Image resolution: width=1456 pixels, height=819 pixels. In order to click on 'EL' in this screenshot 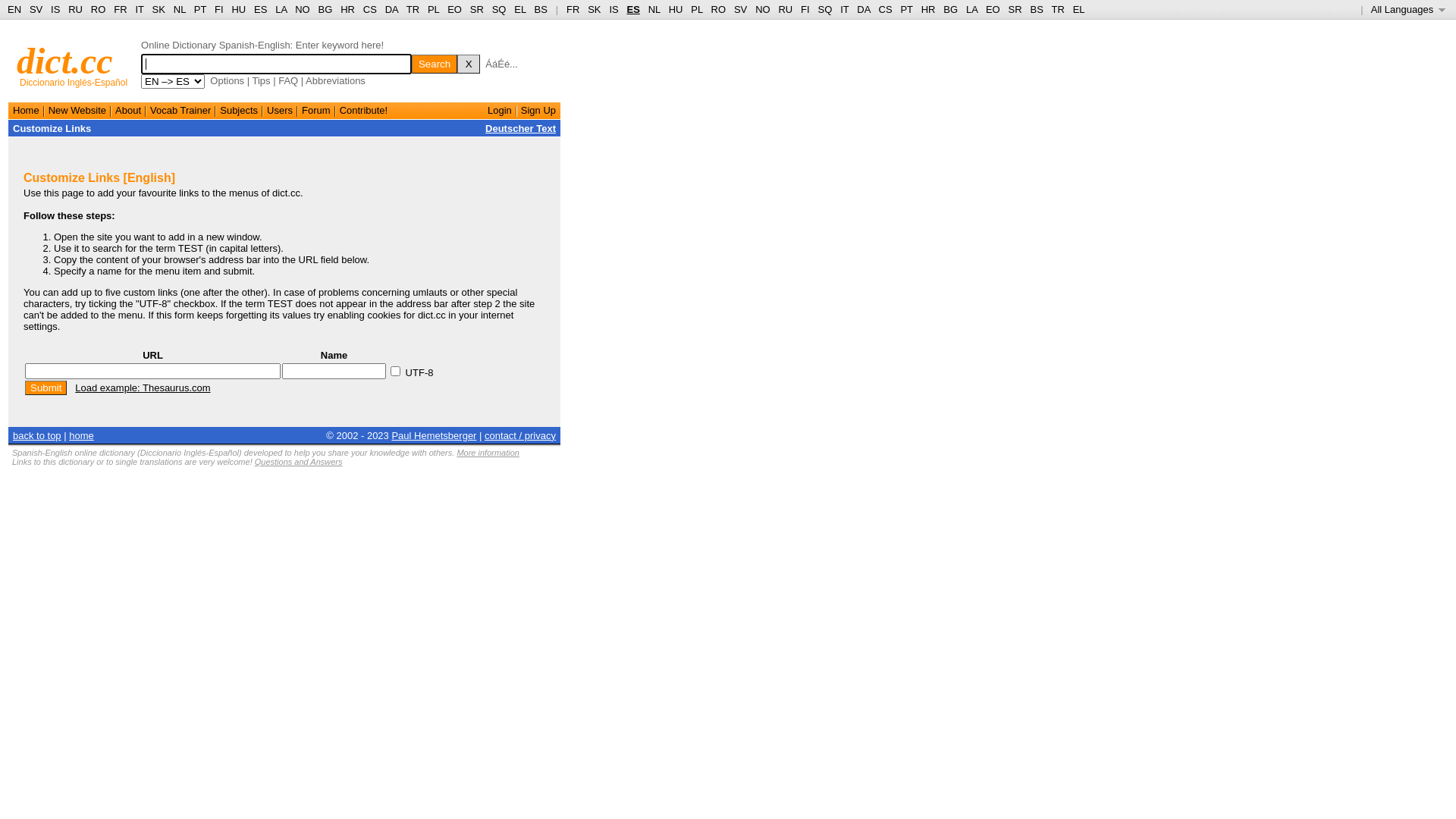, I will do `click(519, 9)`.